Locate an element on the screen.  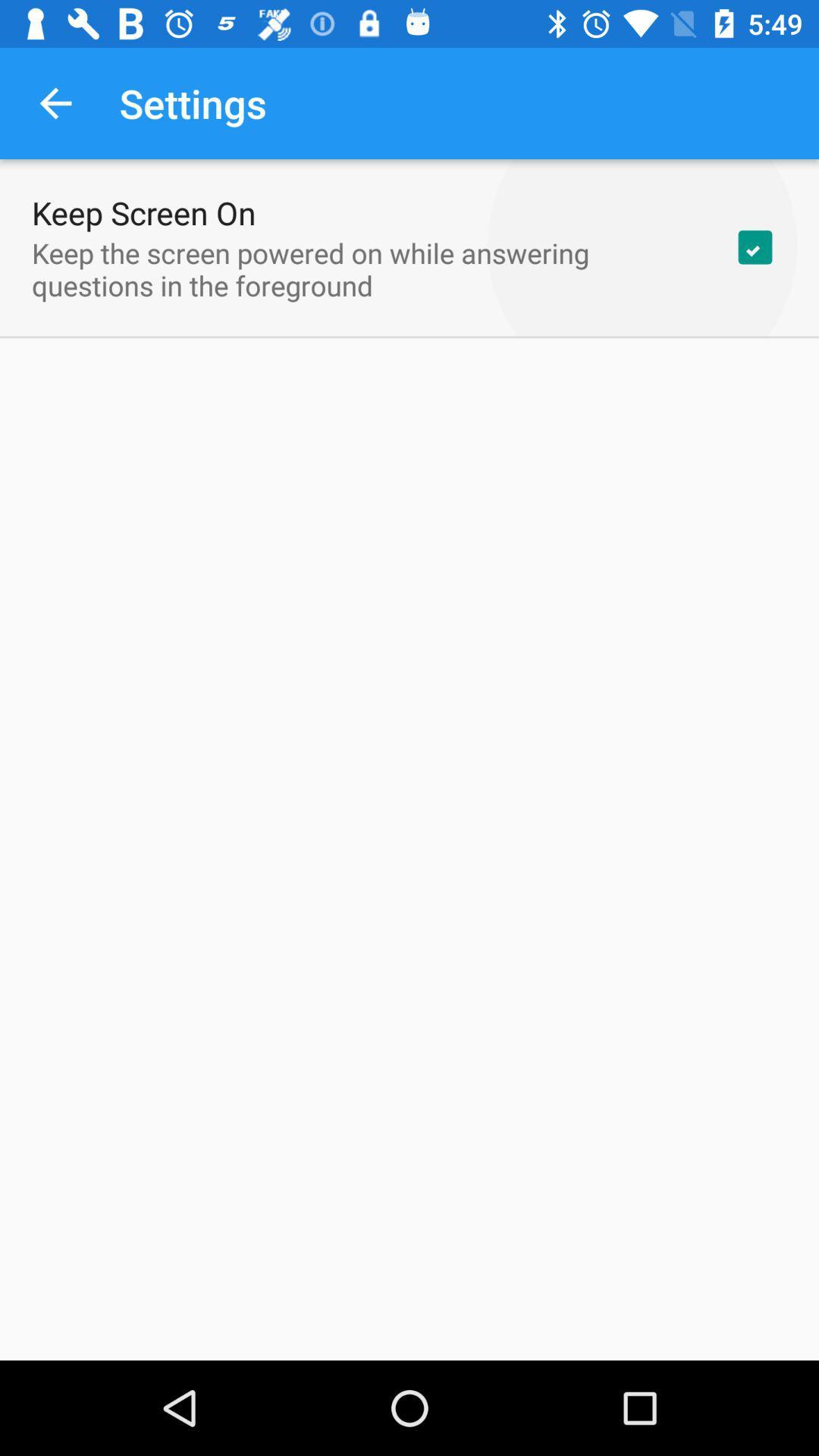
item to the left of settings icon is located at coordinates (55, 102).